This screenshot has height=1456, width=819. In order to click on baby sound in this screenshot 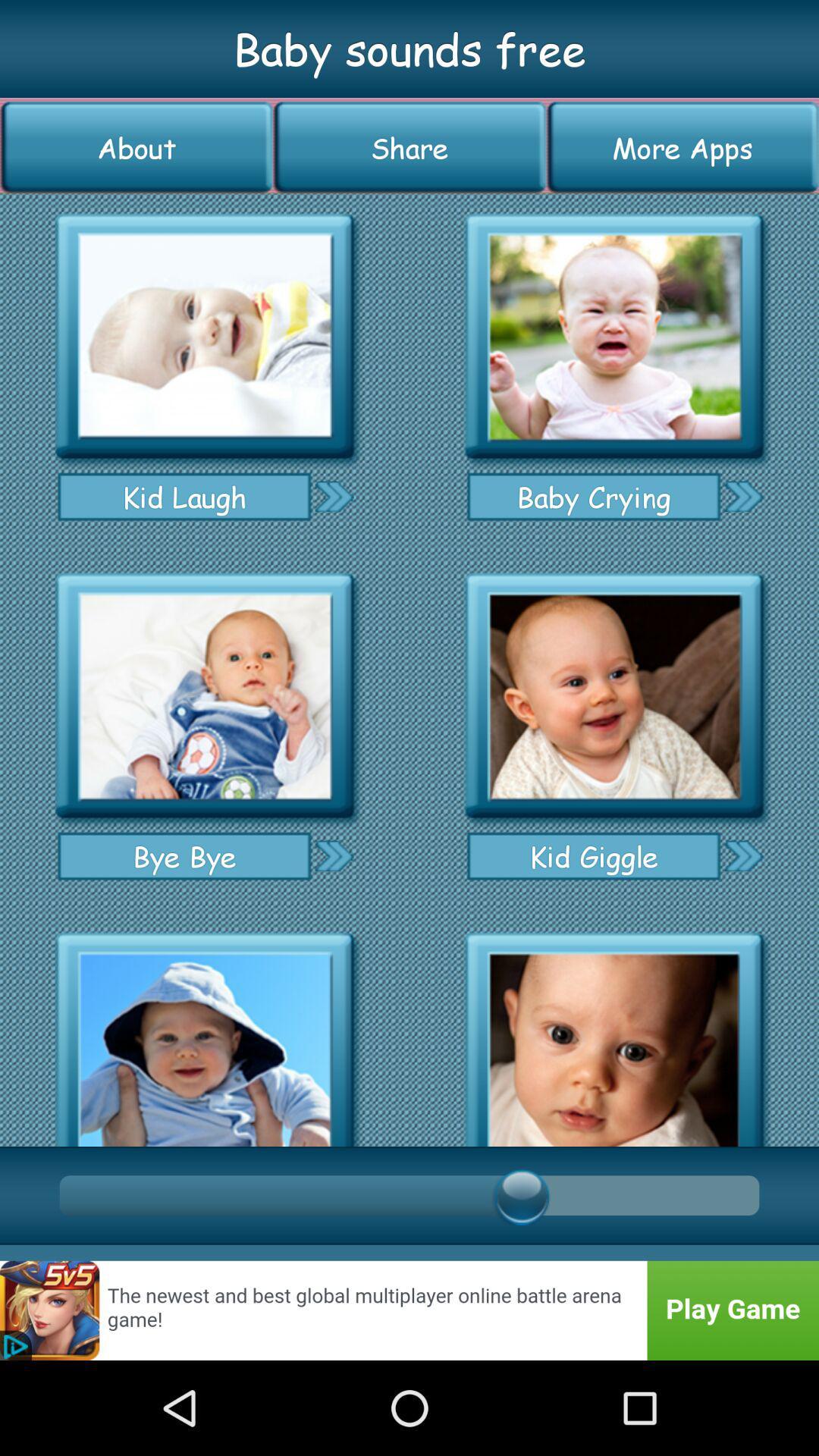, I will do `click(205, 1034)`.